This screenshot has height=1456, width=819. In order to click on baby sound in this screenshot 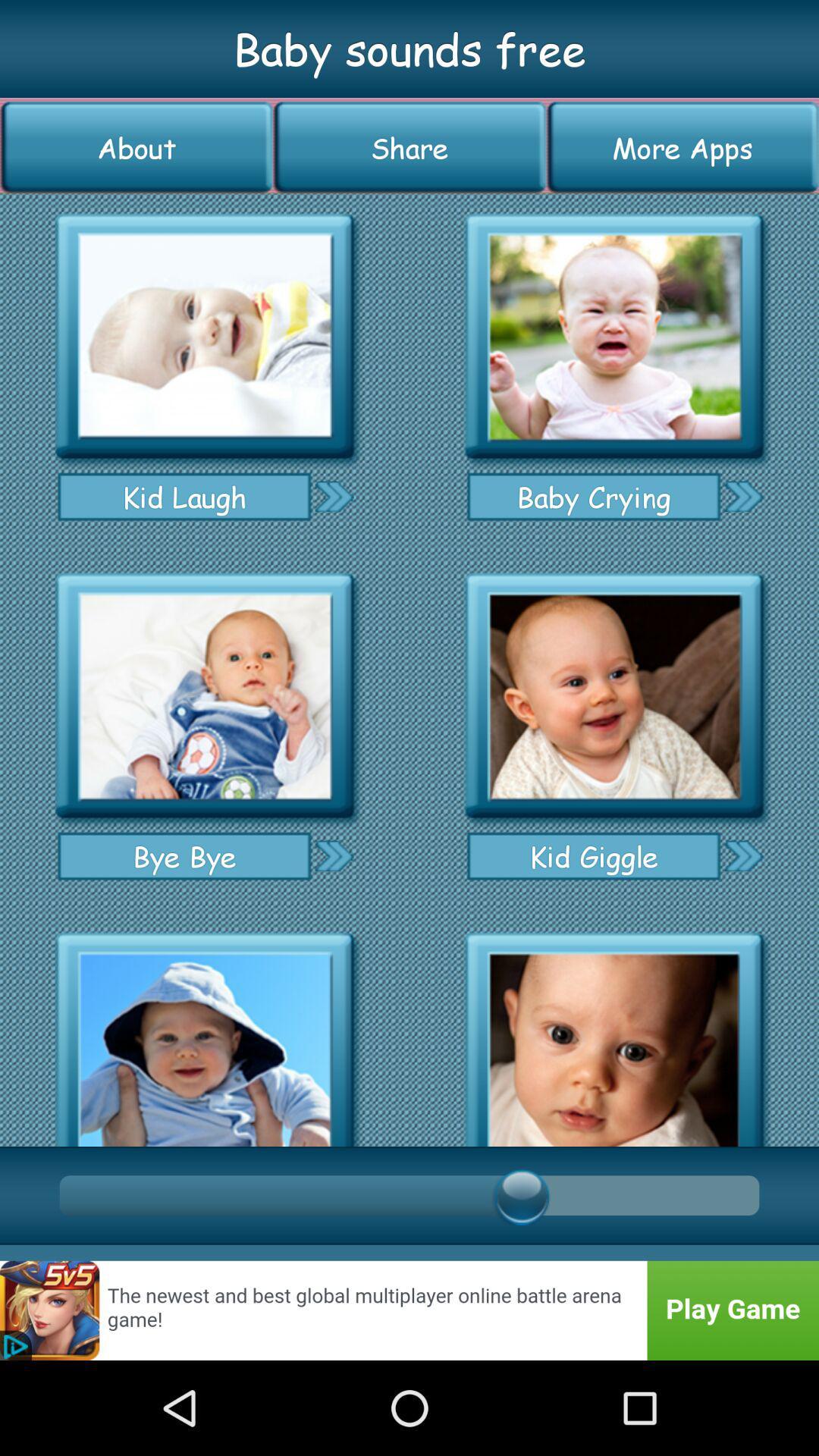, I will do `click(205, 1034)`.